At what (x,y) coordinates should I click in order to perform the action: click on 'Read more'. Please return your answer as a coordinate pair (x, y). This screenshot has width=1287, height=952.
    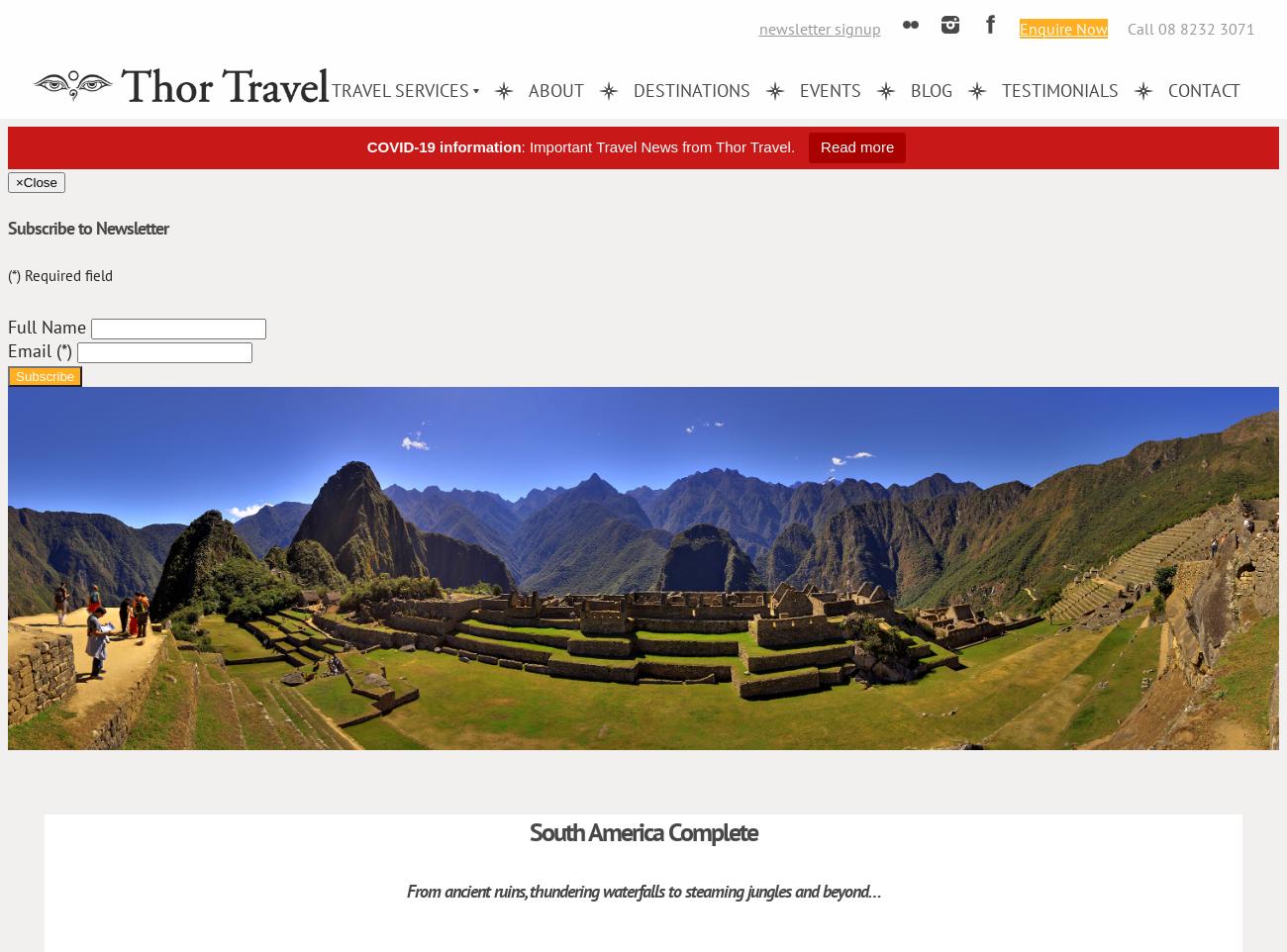
    Looking at the image, I should click on (857, 146).